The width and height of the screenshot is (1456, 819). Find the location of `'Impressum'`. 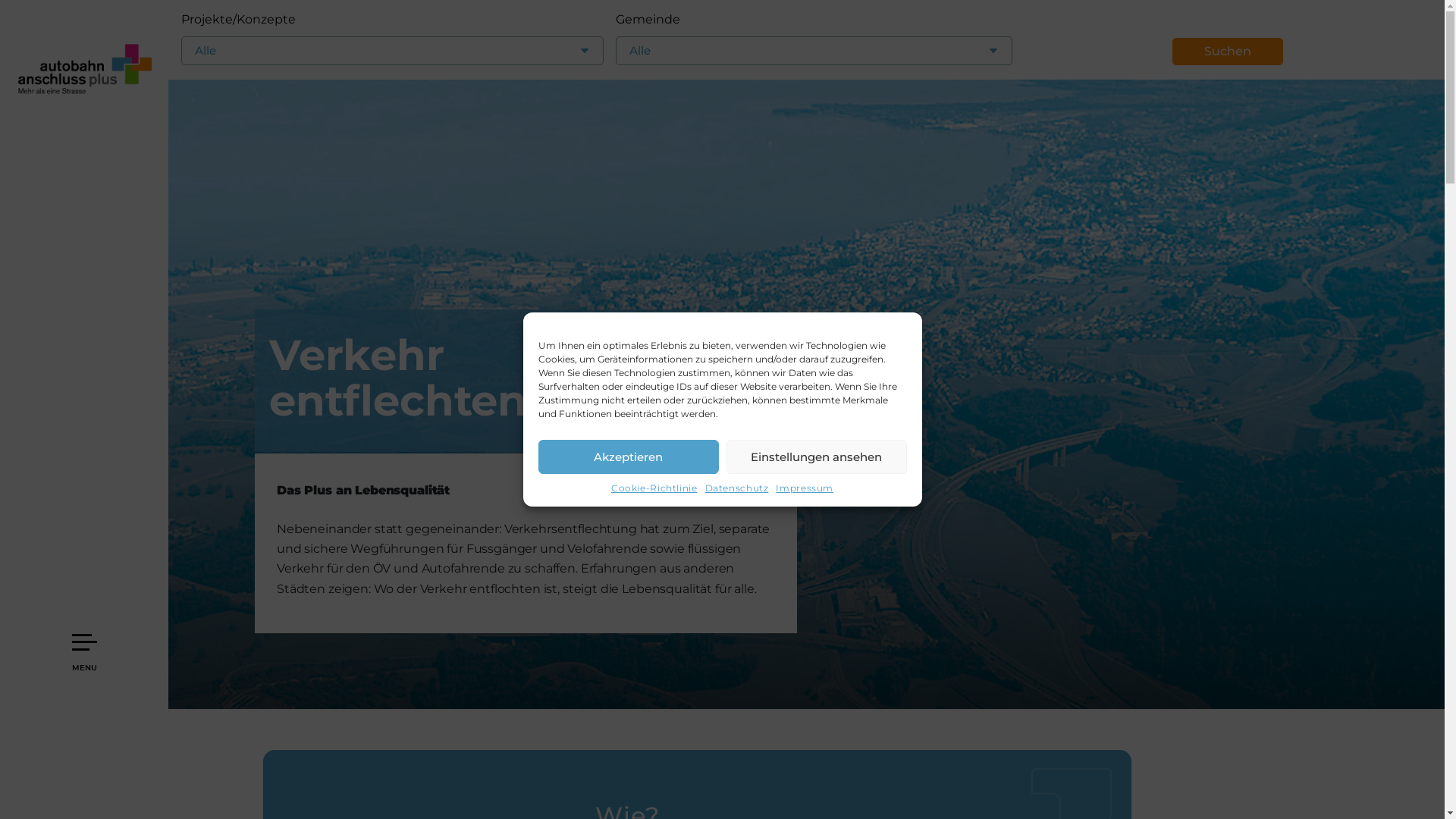

'Impressum' is located at coordinates (803, 488).